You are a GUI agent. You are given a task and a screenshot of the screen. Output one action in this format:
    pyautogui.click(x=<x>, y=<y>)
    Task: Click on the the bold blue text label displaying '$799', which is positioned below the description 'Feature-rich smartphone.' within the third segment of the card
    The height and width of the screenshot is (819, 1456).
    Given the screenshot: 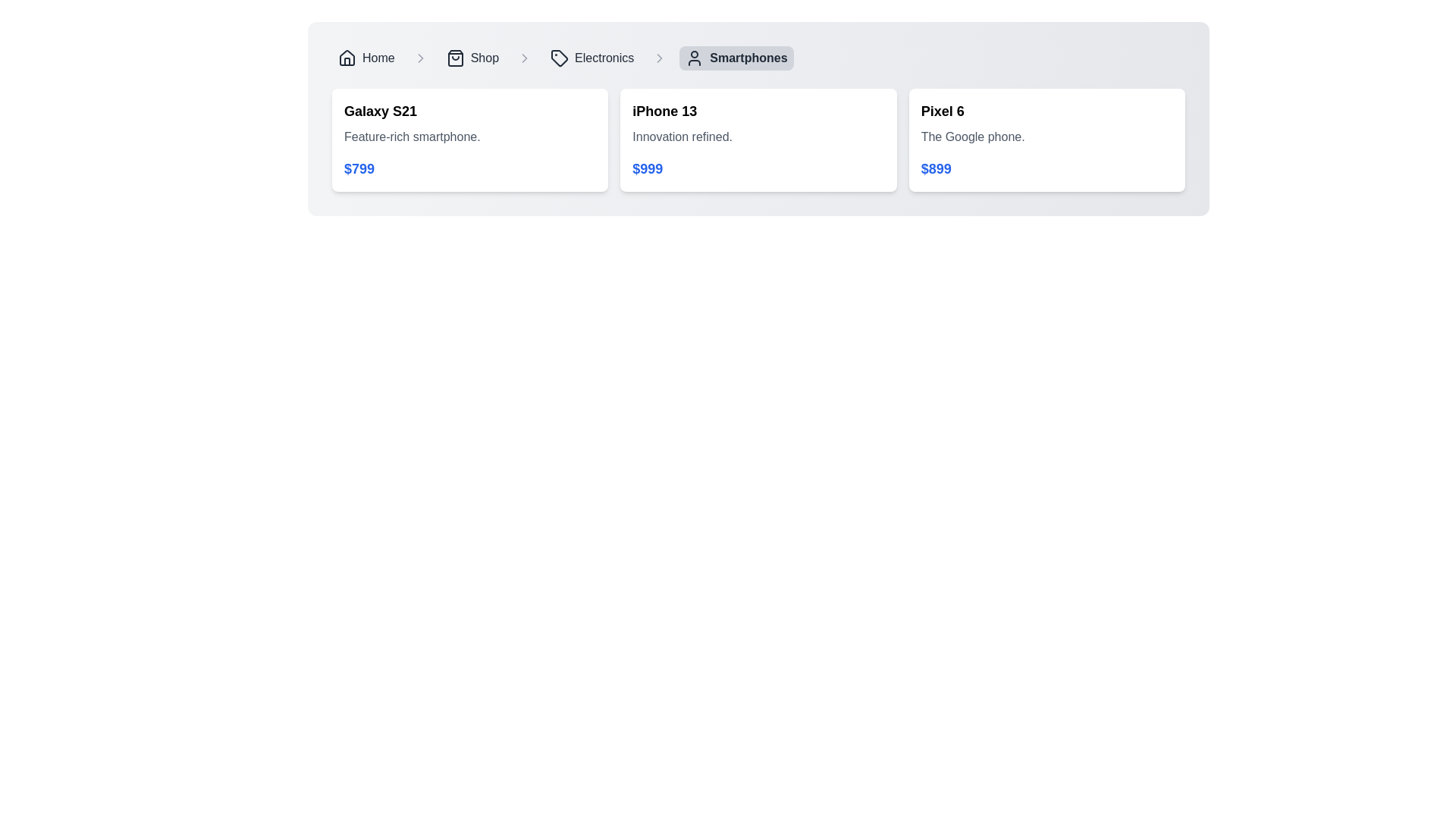 What is the action you would take?
    pyautogui.click(x=359, y=169)
    